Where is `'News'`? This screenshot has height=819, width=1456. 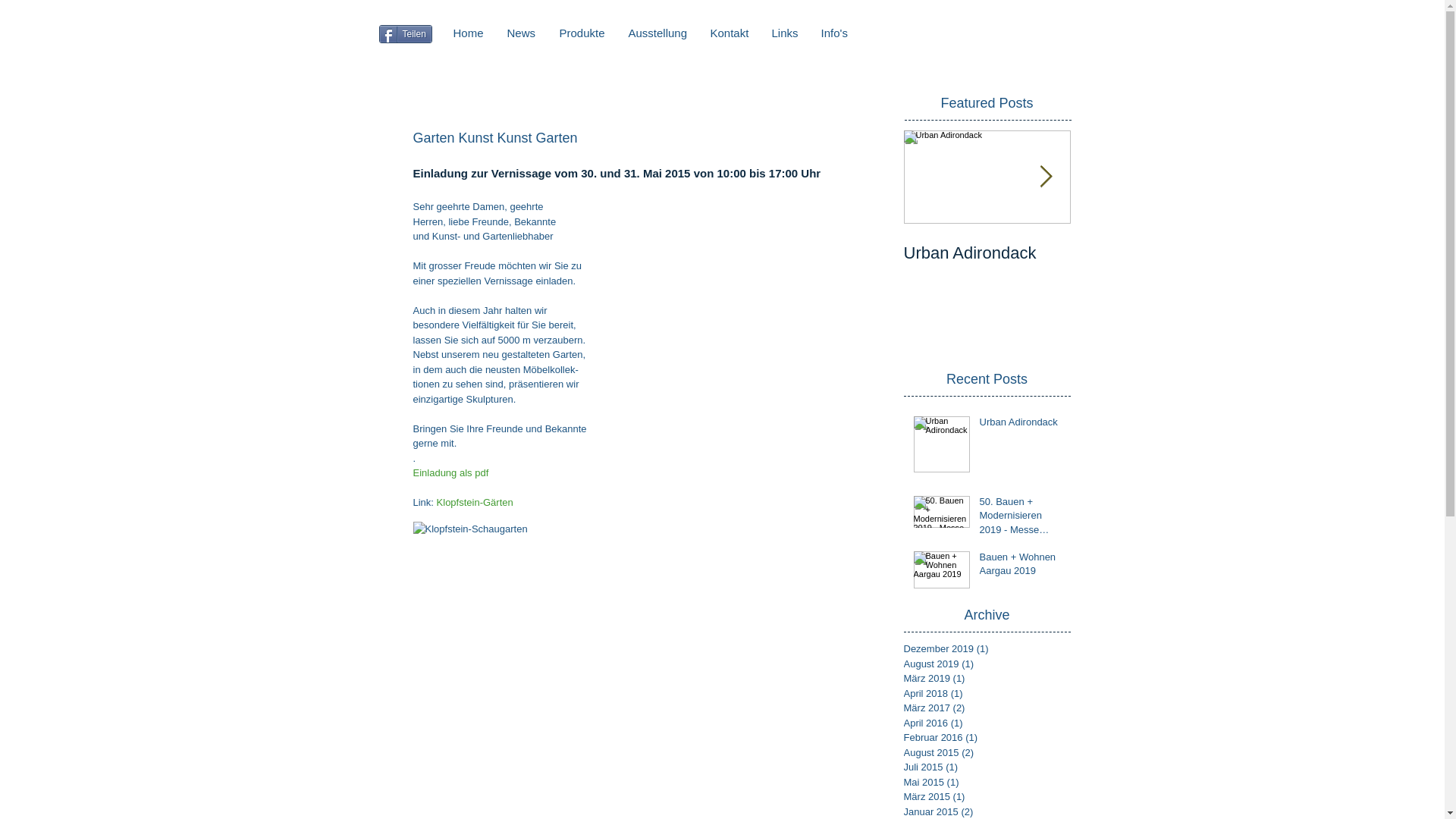
'News' is located at coordinates (522, 32).